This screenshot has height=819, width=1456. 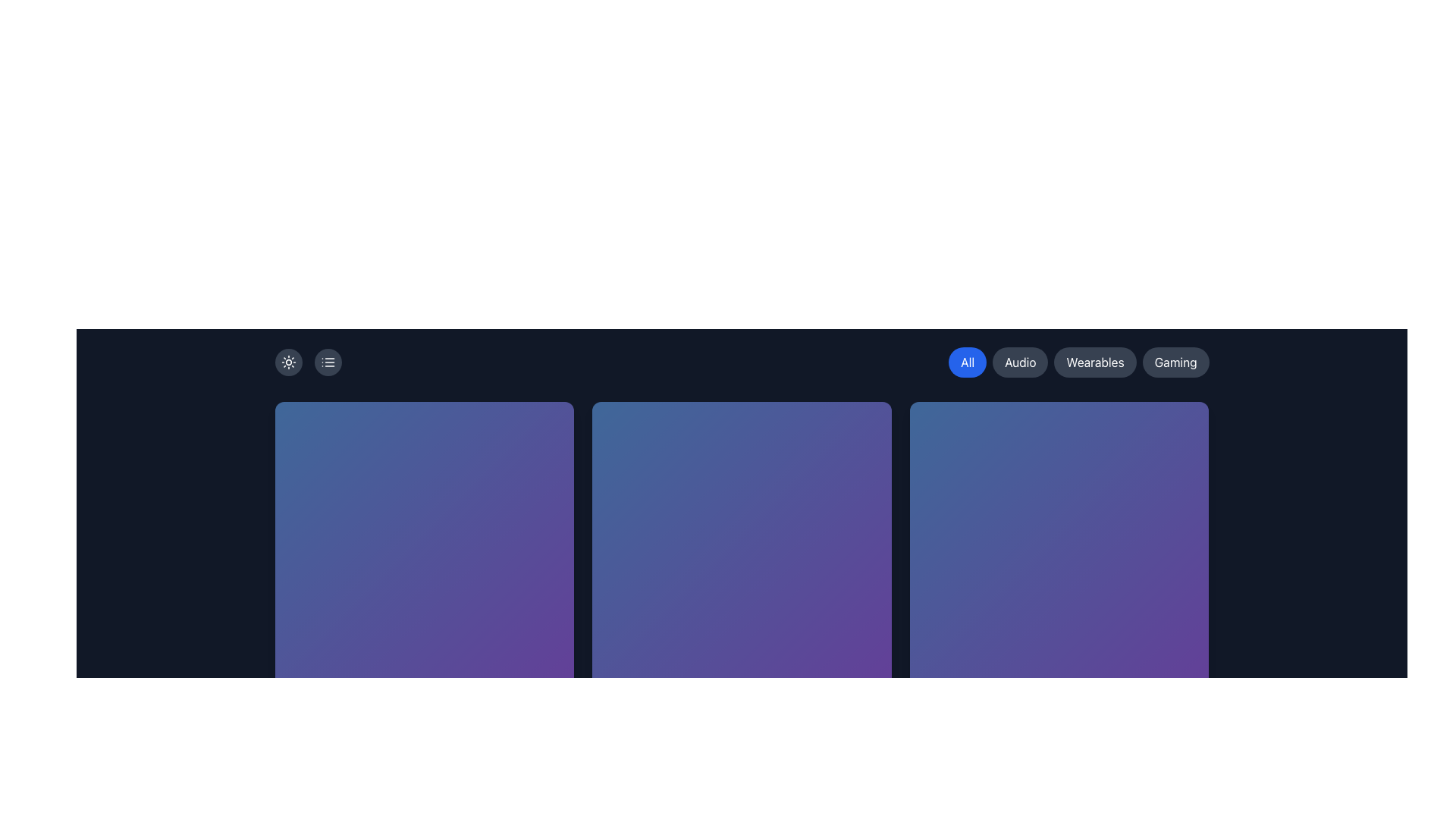 I want to click on the list view icon located in the navigation bar at the top of the interface for accessibility purposes, so click(x=327, y=362).